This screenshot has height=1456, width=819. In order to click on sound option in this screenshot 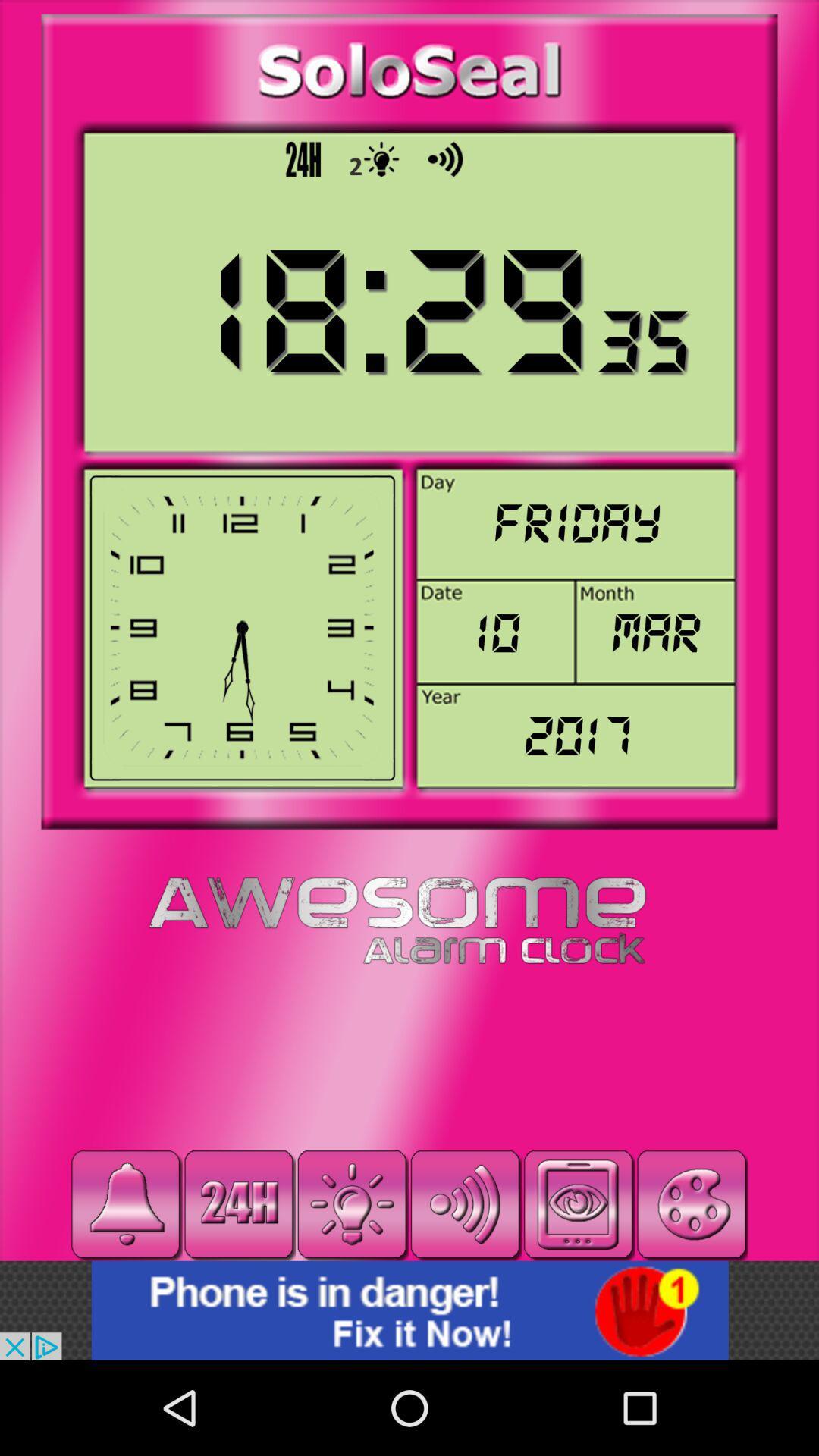, I will do `click(464, 1203)`.